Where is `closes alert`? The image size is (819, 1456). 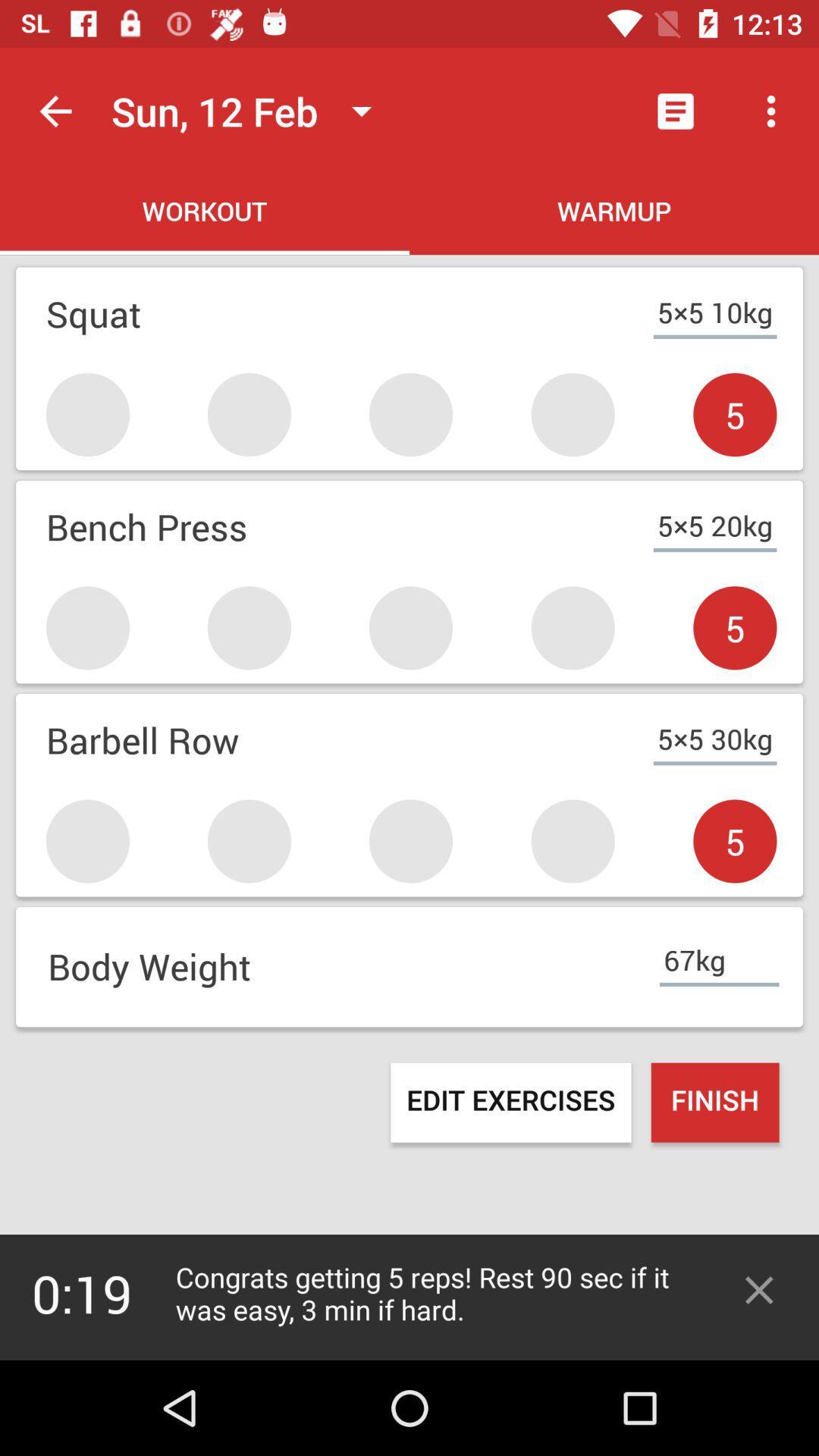 closes alert is located at coordinates (759, 1289).